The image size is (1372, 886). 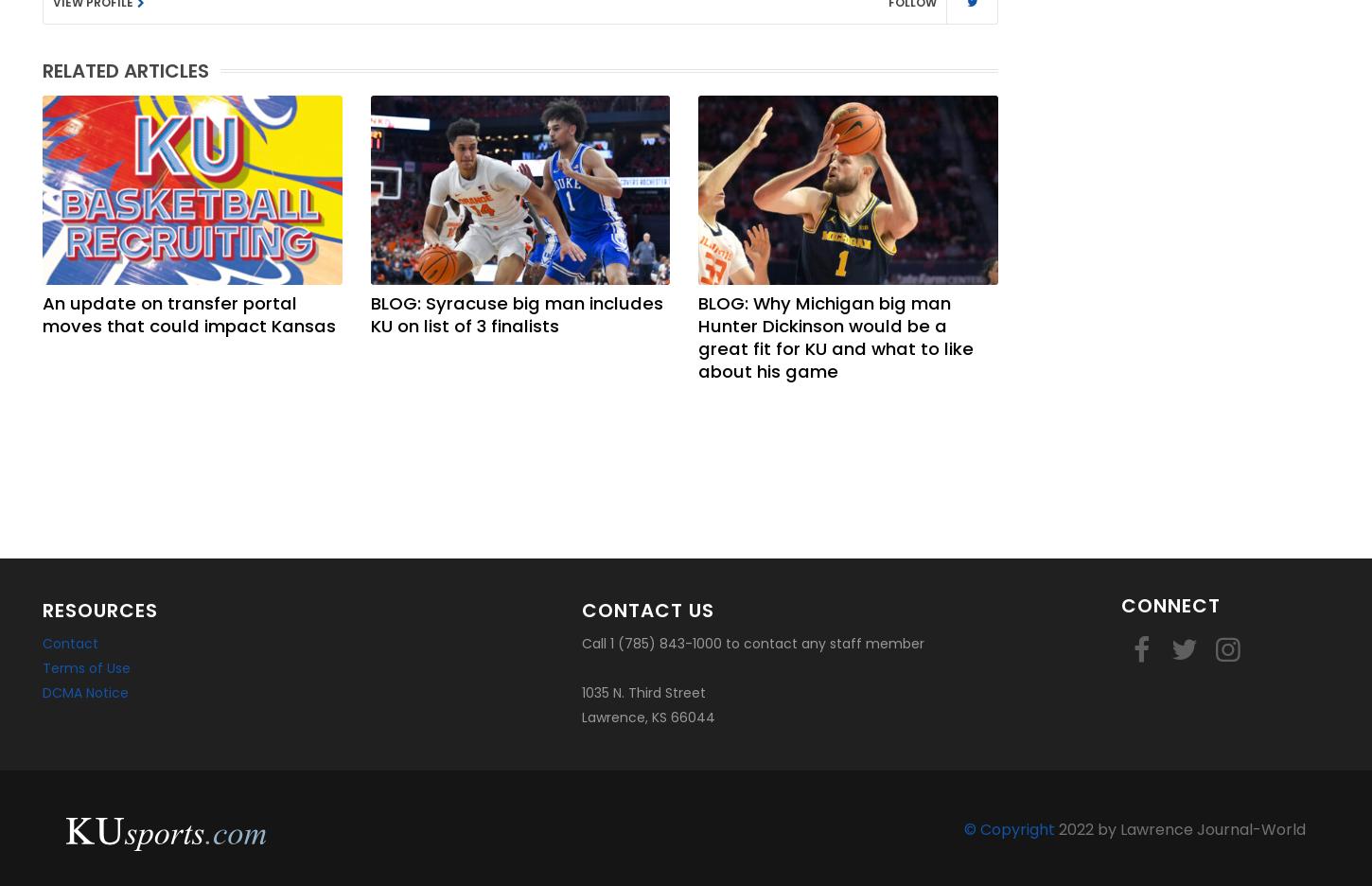 I want to click on 'Call 1 (785) 843-1000 to contact any staff member', so click(x=753, y=644).